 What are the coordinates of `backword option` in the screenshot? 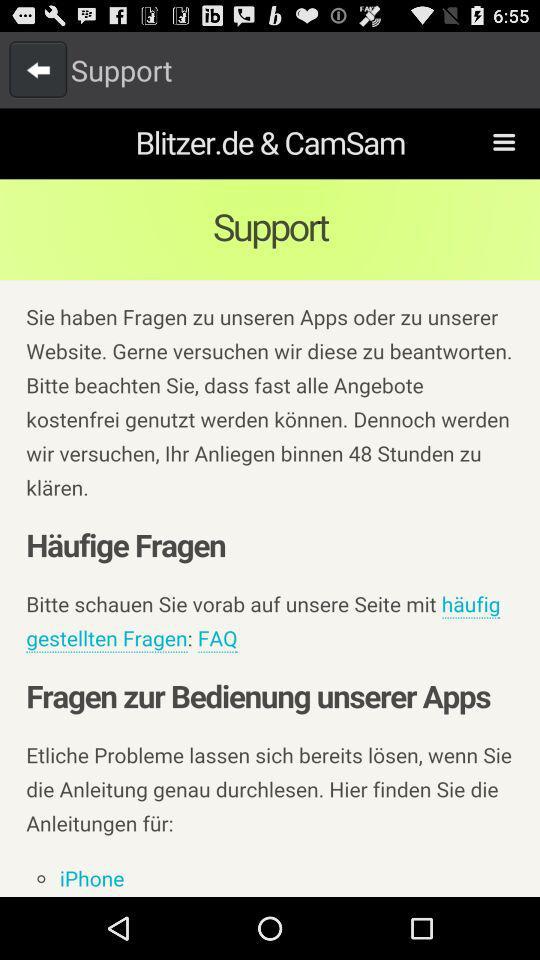 It's located at (38, 69).